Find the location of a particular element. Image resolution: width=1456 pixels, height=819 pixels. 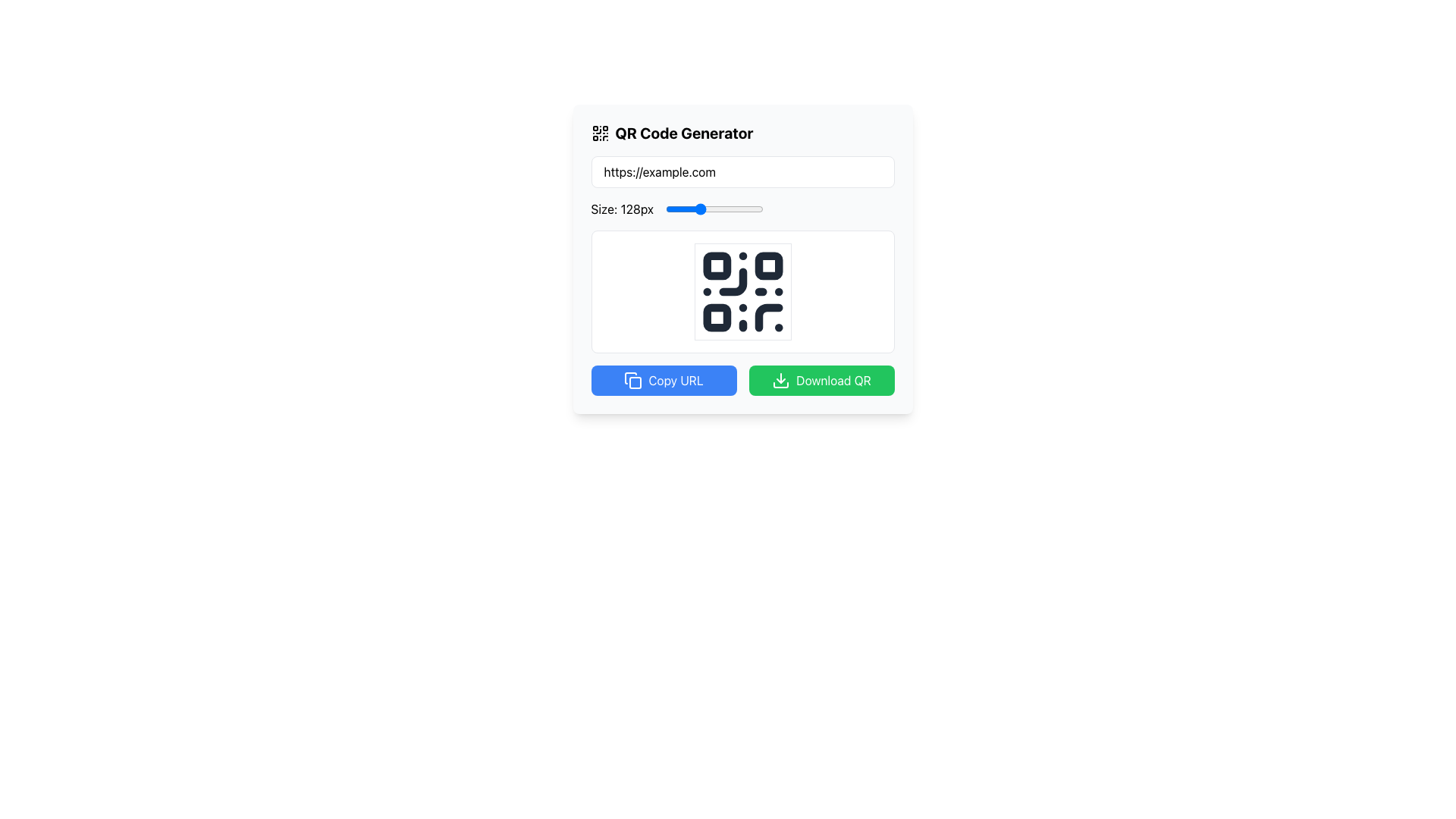

the 'Copy URL' icon, which resembles a document or page stacked behind another, located in the bottom-left blue button under the QR code display area is located at coordinates (633, 379).